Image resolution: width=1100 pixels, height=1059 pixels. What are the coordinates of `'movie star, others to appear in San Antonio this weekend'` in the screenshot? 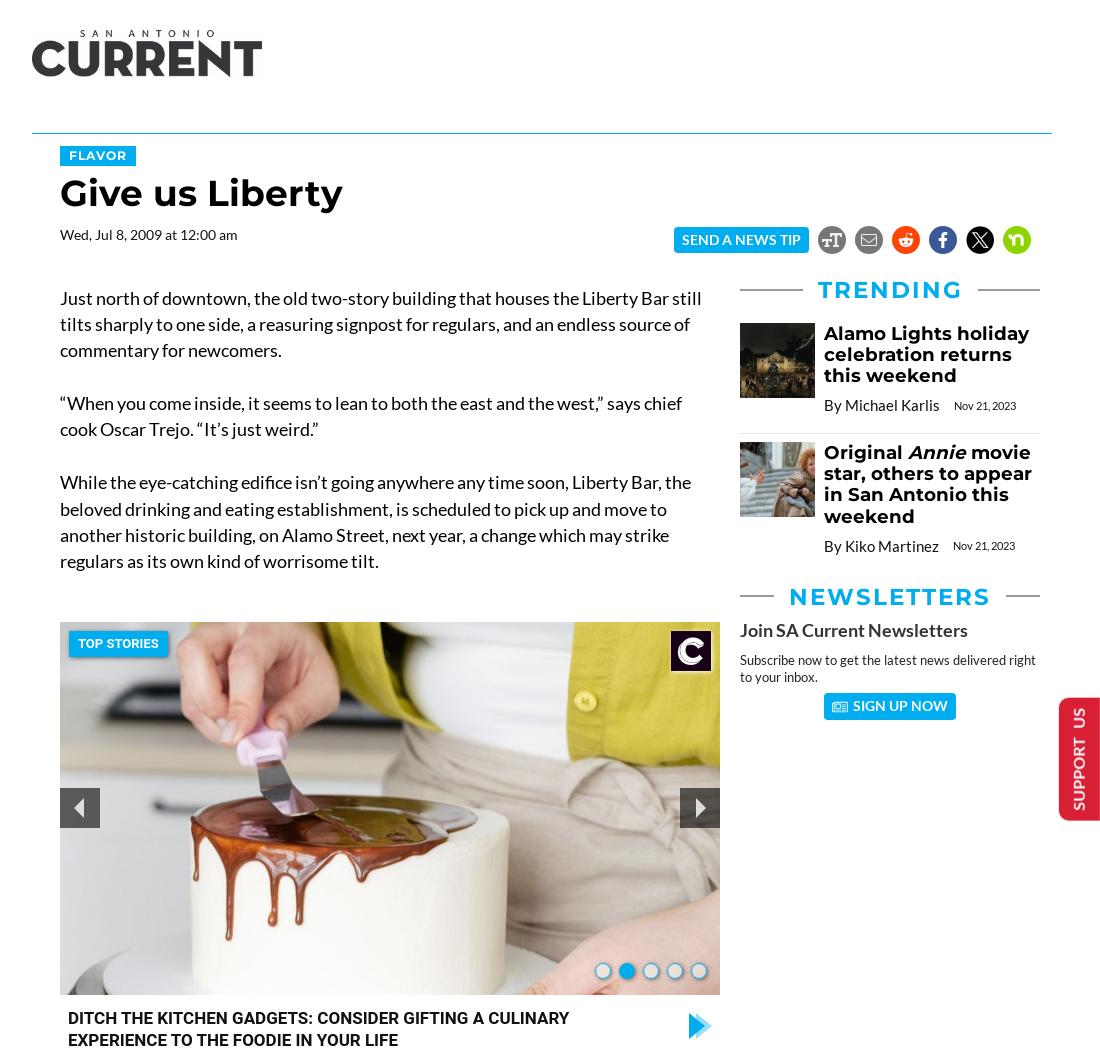 It's located at (927, 483).